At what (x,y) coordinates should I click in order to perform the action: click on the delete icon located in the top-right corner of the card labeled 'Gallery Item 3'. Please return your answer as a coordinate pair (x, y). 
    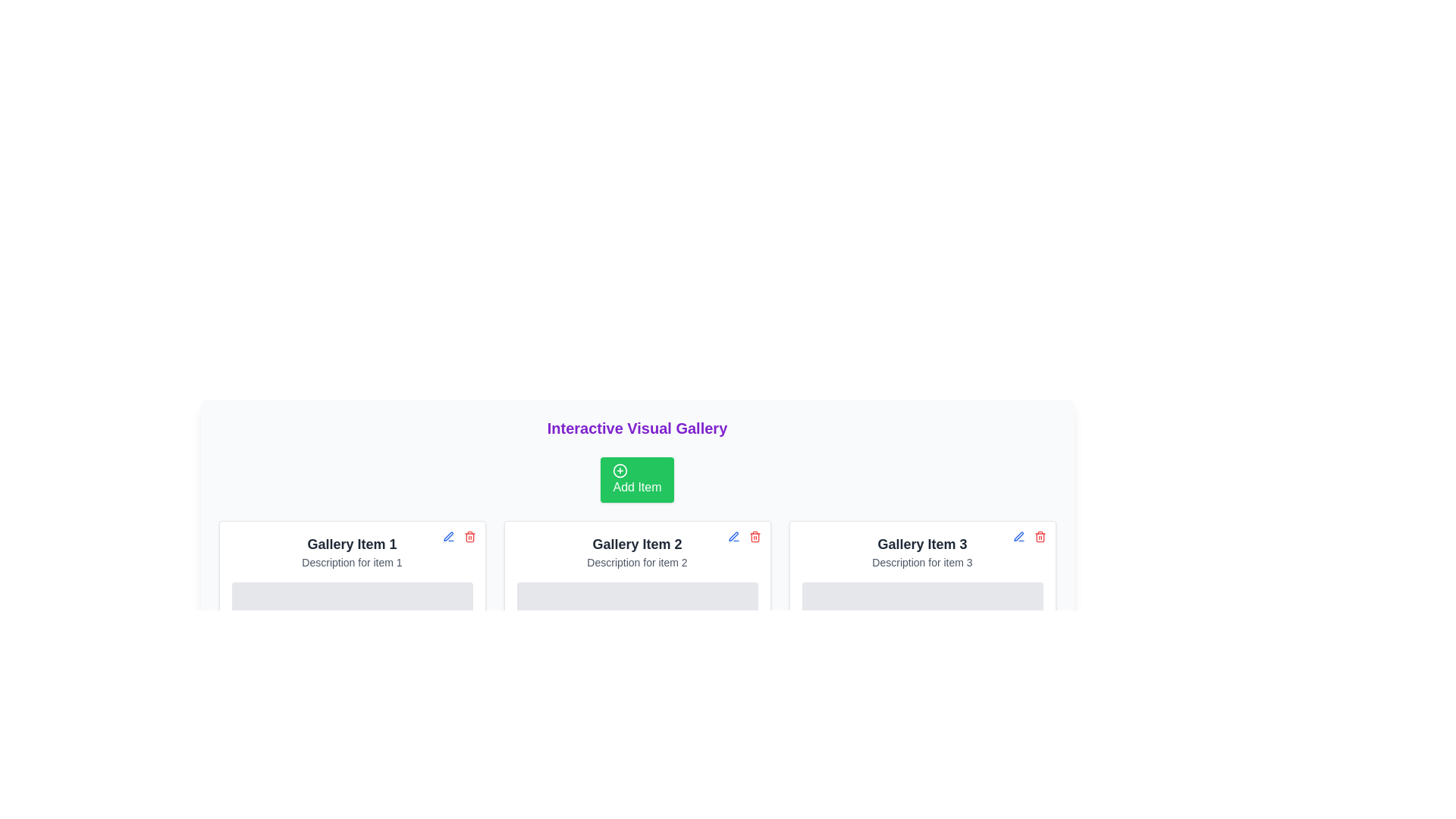
    Looking at the image, I should click on (1039, 536).